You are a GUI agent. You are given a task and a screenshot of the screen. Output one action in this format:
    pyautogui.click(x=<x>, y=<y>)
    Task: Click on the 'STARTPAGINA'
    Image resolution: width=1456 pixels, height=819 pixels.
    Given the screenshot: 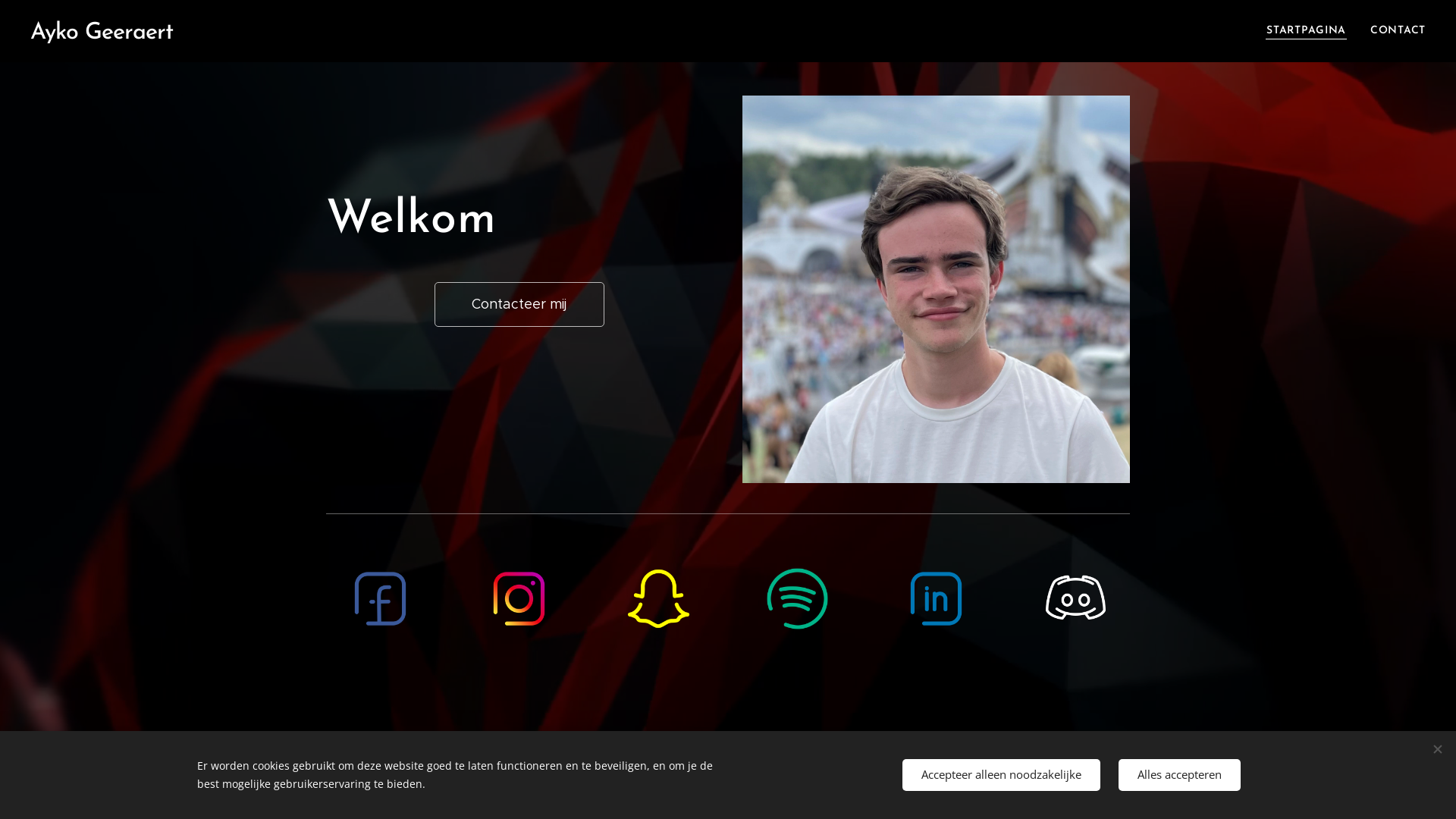 What is the action you would take?
    pyautogui.click(x=1310, y=31)
    